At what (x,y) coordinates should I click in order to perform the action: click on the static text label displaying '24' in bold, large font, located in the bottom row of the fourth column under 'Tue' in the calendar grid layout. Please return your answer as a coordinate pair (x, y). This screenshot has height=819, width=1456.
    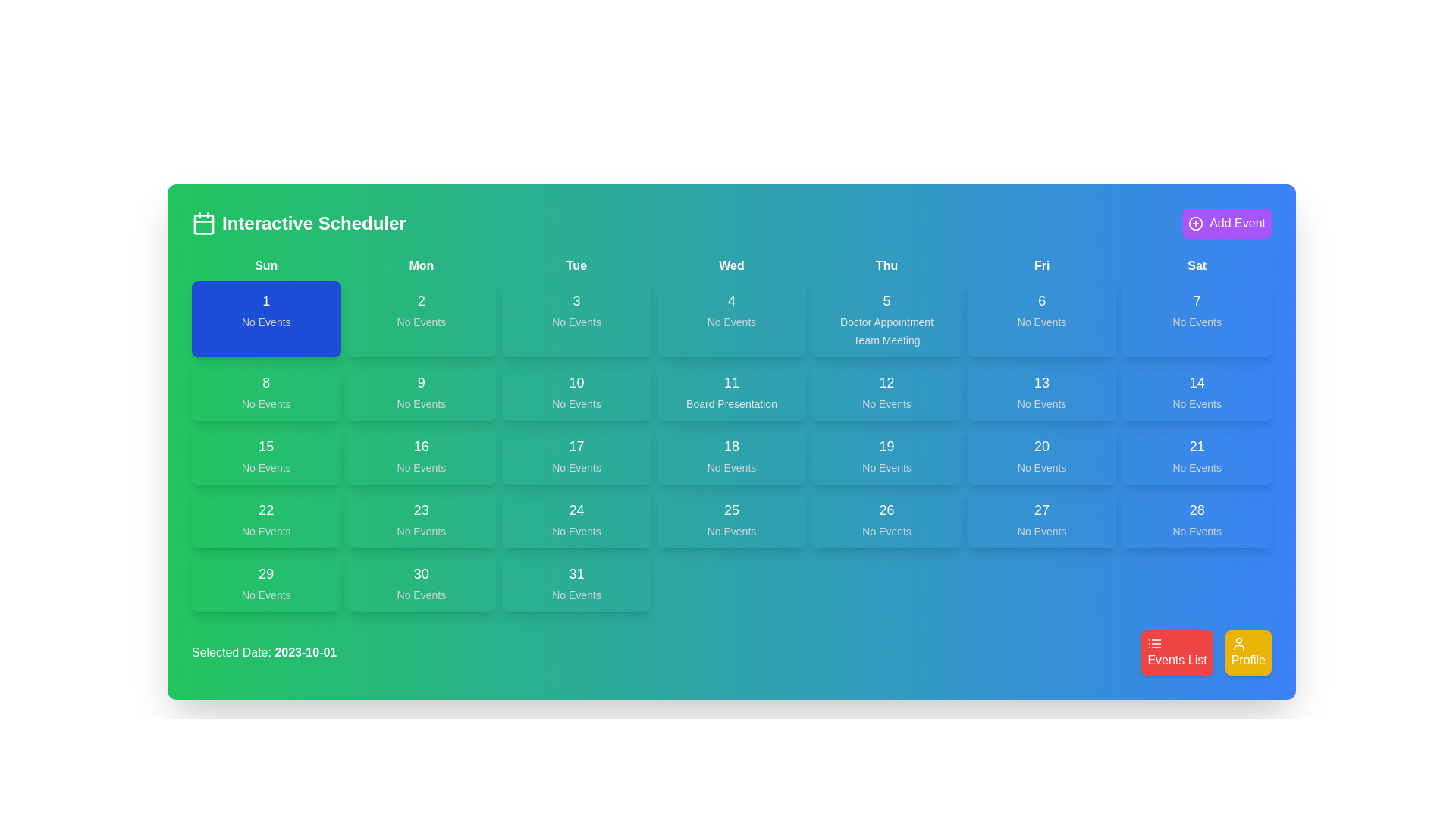
    Looking at the image, I should click on (576, 510).